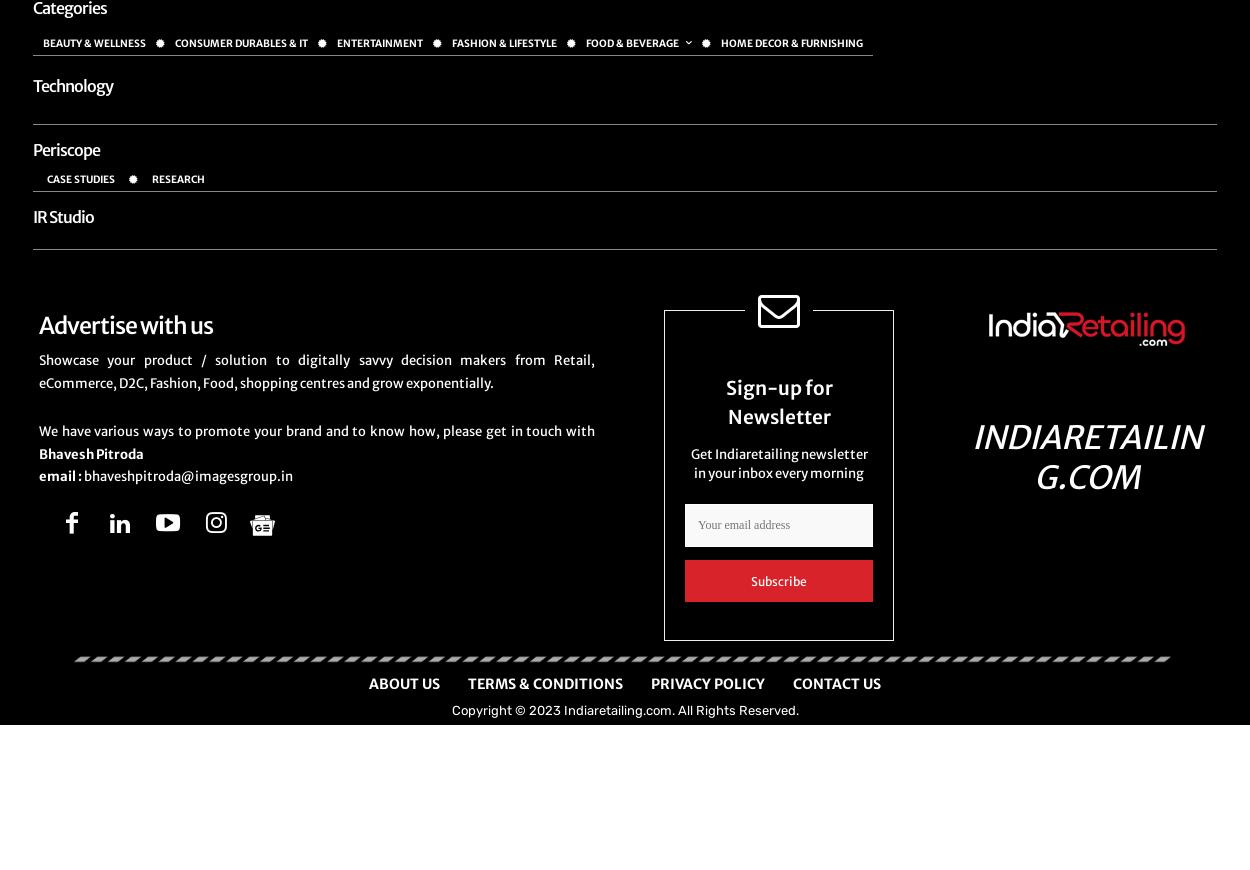 This screenshot has height=870, width=1250. What do you see at coordinates (86, 110) in the screenshot?
I see `'No menu items!'` at bounding box center [86, 110].